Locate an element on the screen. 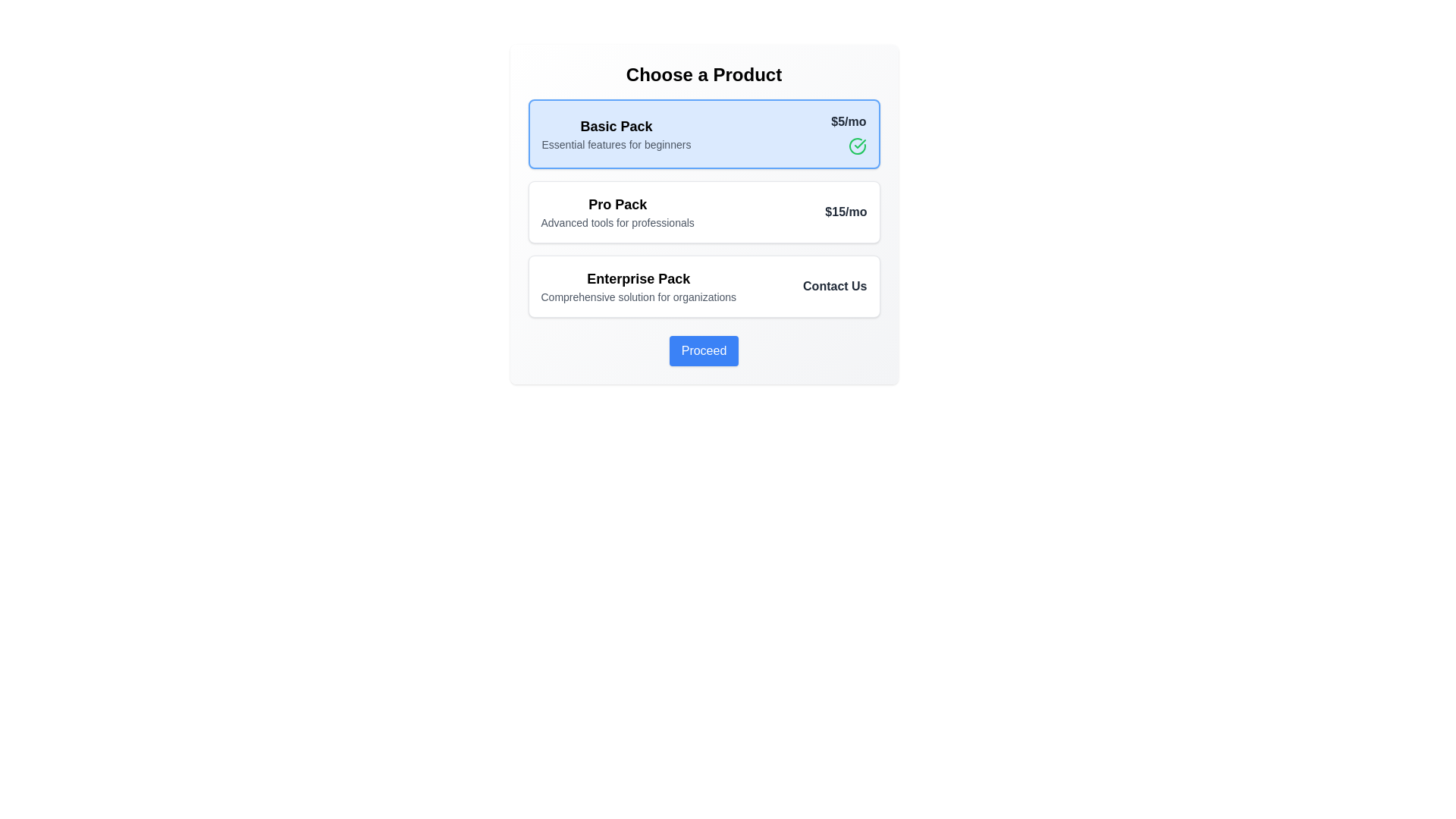  the text label that provides additional descriptive information about the 'Basic Pack' product option, located beneath the 'Basic Pack' text in the first option card is located at coordinates (616, 145).